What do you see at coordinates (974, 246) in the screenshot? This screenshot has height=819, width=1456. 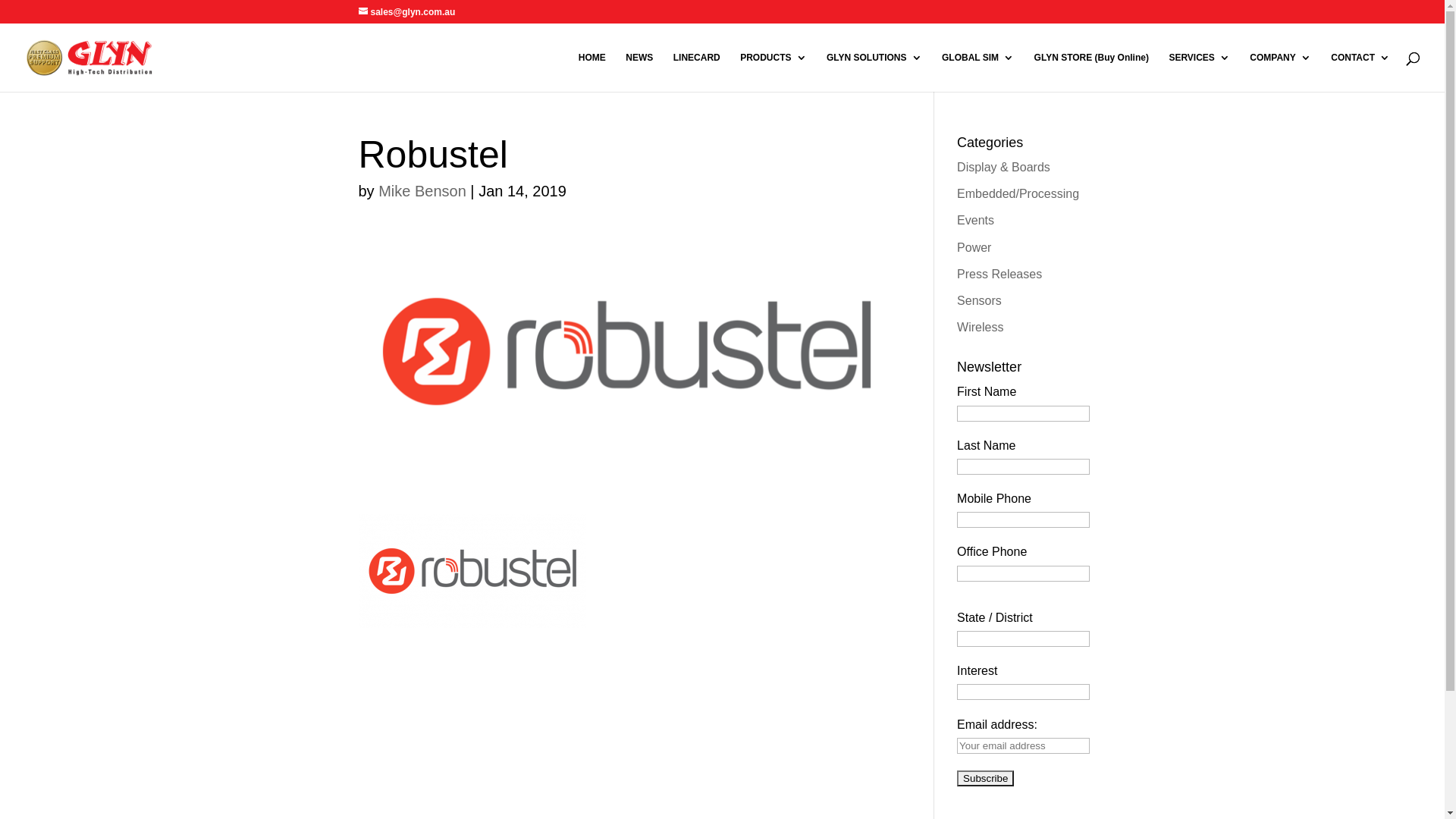 I see `'Power'` at bounding box center [974, 246].